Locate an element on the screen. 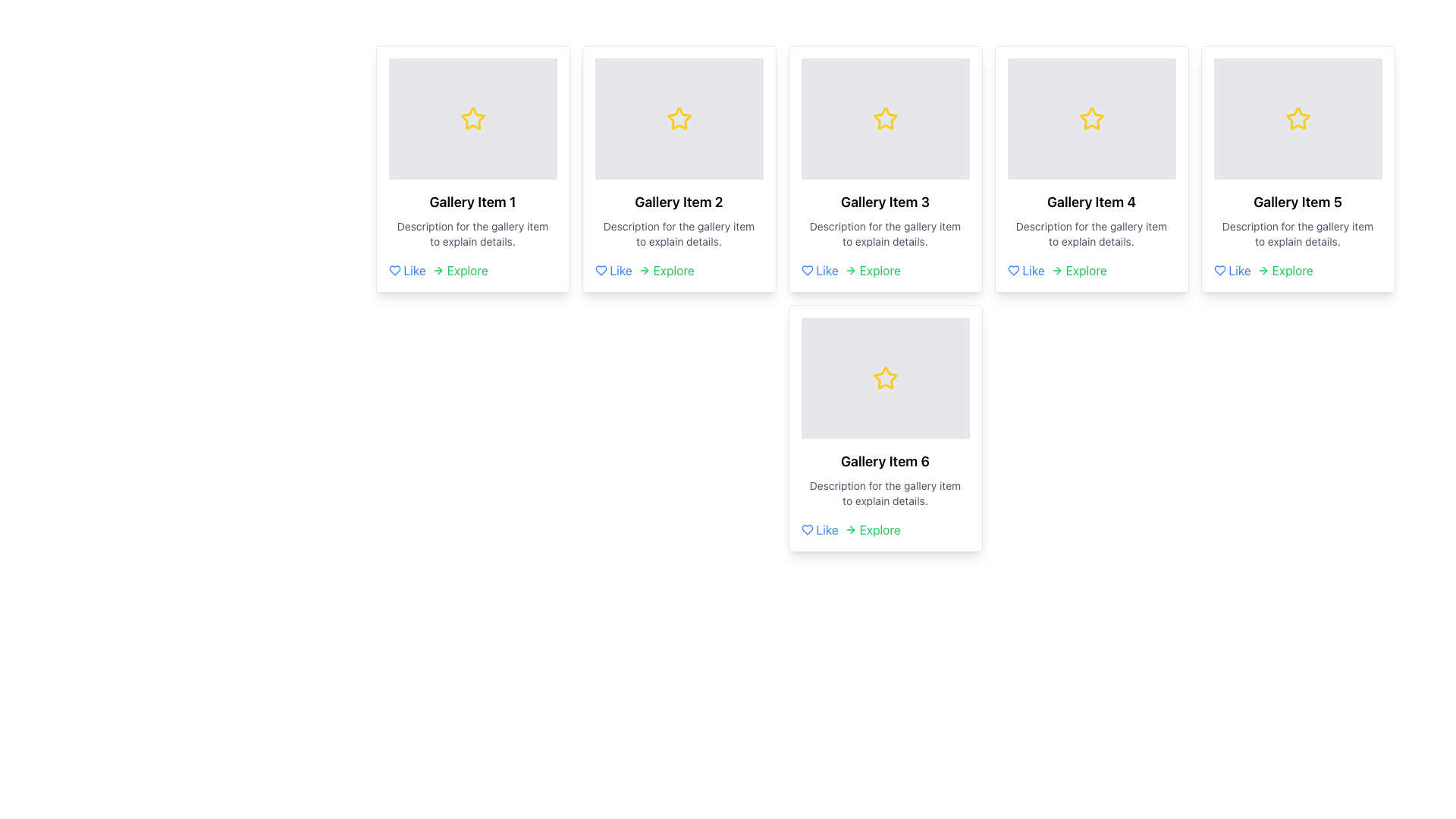  displayed text from the text label located within the fourth card in a horizontal row of six cards, positioned beneath the star icon and above the 'Like' and 'Explore' links is located at coordinates (1090, 220).